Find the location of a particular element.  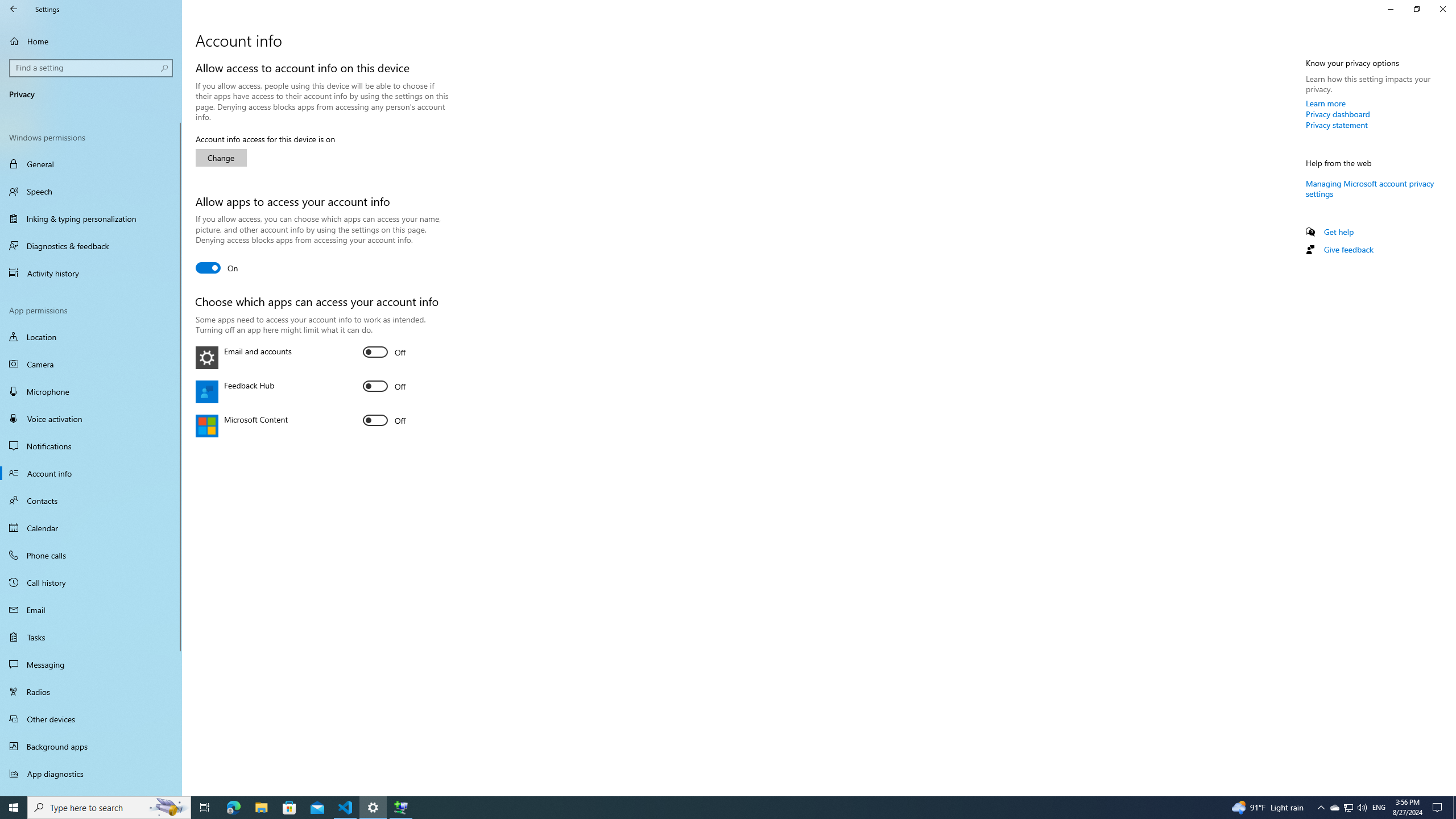

'Action Center, No new notifications' is located at coordinates (1439, 806).